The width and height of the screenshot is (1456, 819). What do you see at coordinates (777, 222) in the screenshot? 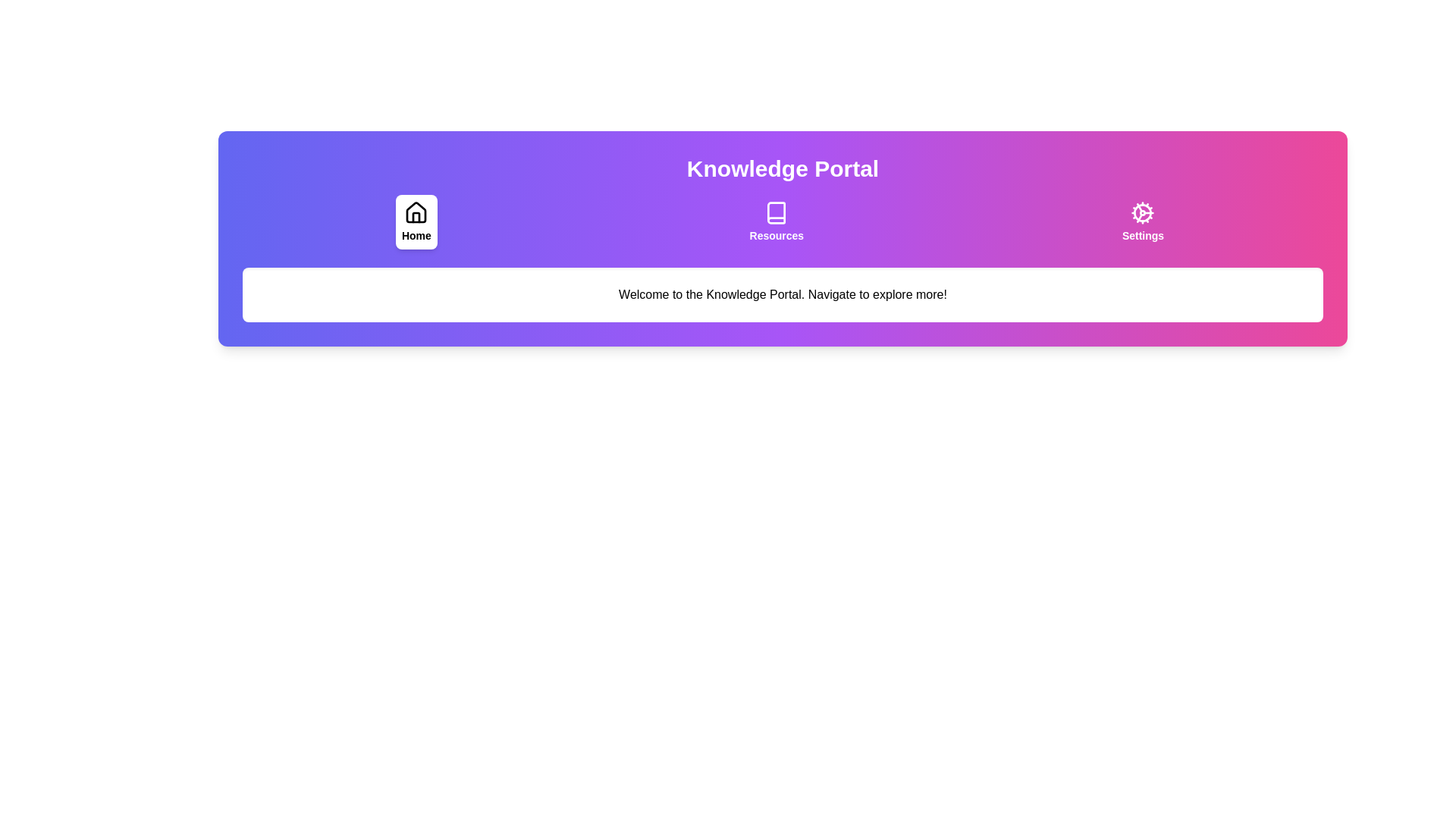
I see `the tab labeled Resources` at bounding box center [777, 222].